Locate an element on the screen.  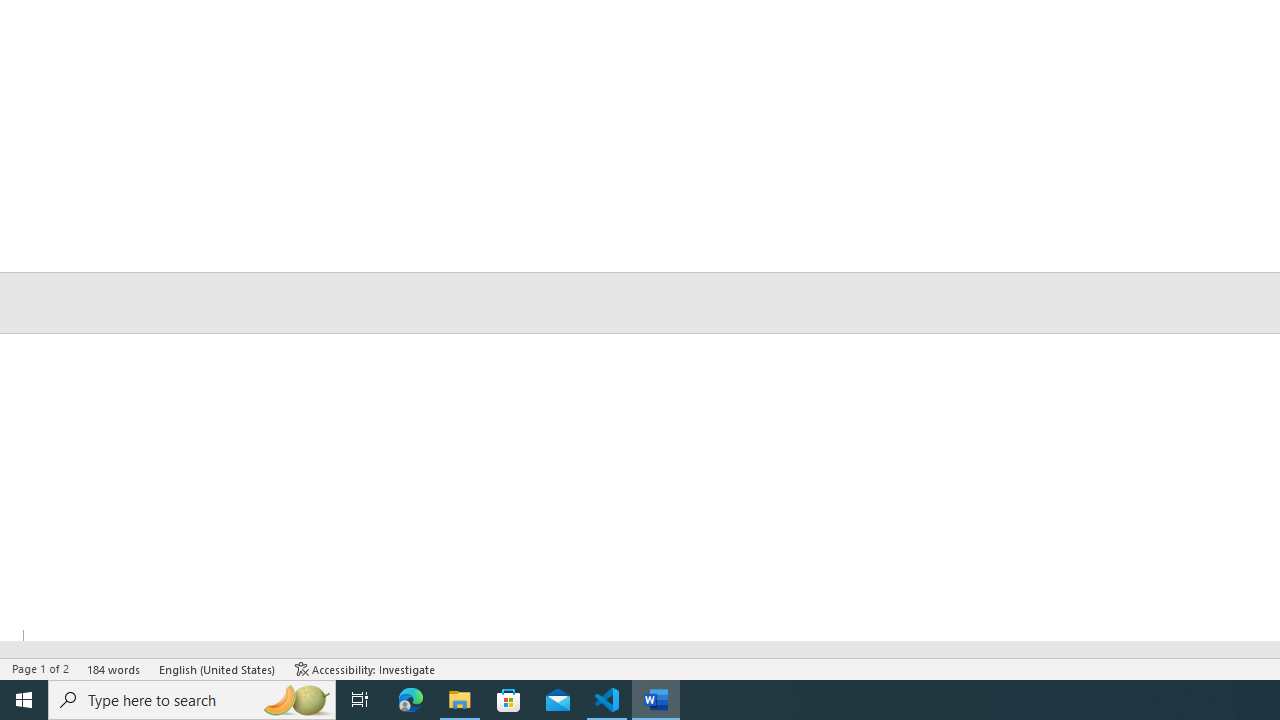
'Visual Studio Code - 1 running window' is located at coordinates (606, 698).